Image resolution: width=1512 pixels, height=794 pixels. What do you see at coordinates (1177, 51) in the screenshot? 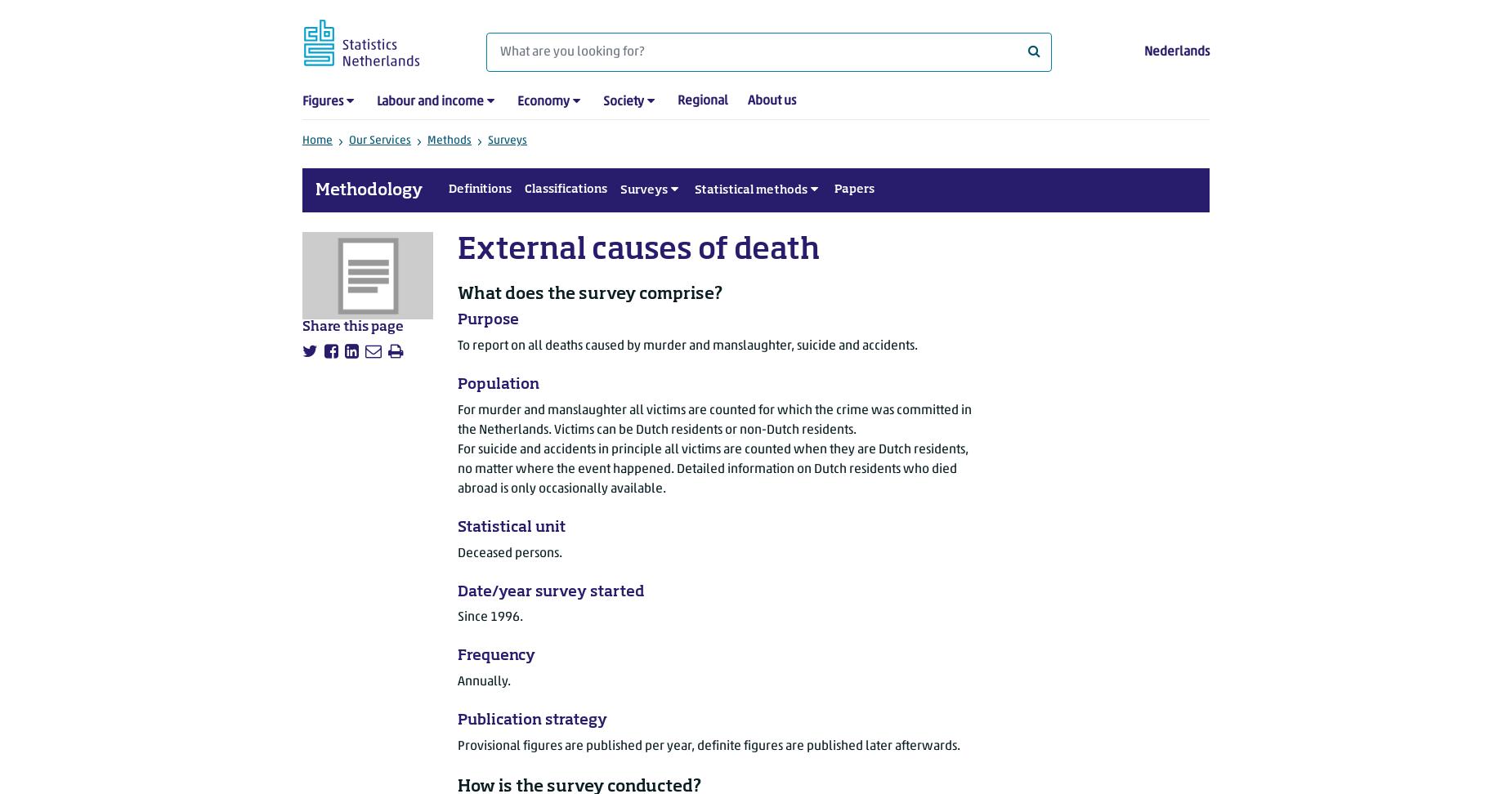
I see `'Nederlands'` at bounding box center [1177, 51].